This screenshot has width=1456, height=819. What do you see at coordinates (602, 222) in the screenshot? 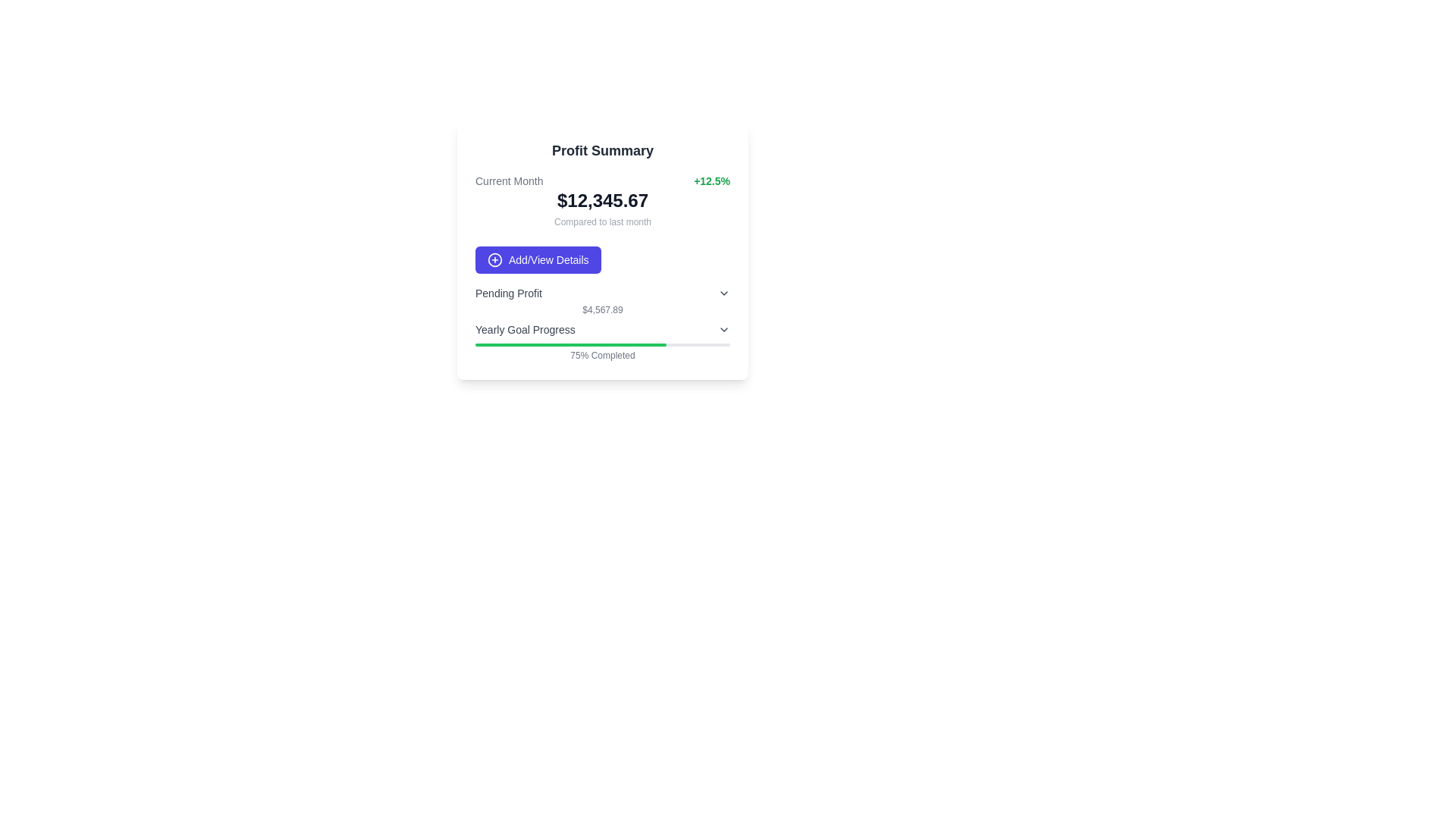
I see `the text label that reads 'Compared to last month', which is a small light gray caption located below the numerical value '$12,345.67' in the financial summary section` at bounding box center [602, 222].